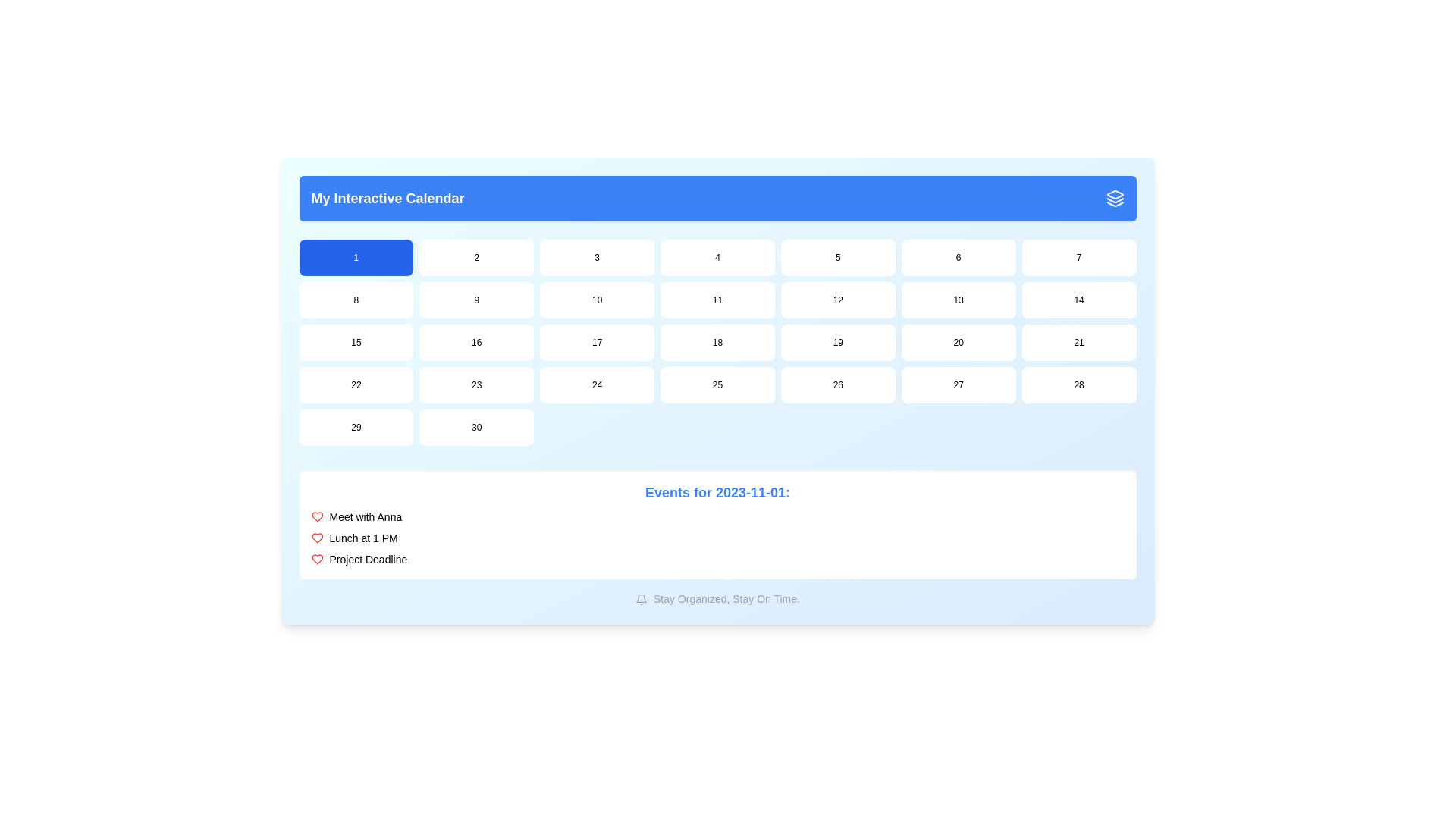 The image size is (1456, 819). I want to click on the motivational subtitle located at the bottom center of the calendar area, directly below the event list section, so click(717, 598).